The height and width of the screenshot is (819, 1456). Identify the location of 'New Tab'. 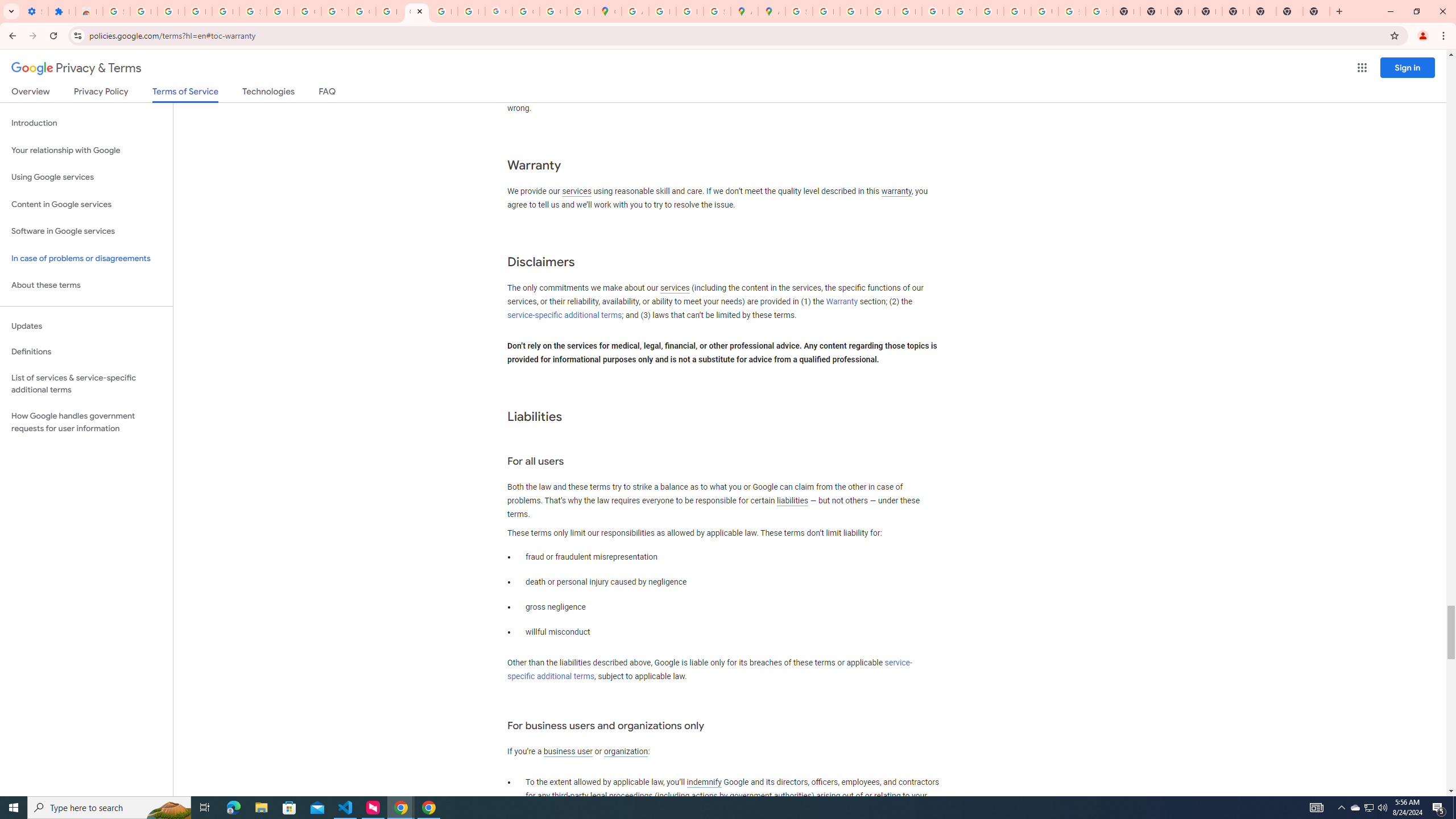
(1289, 11).